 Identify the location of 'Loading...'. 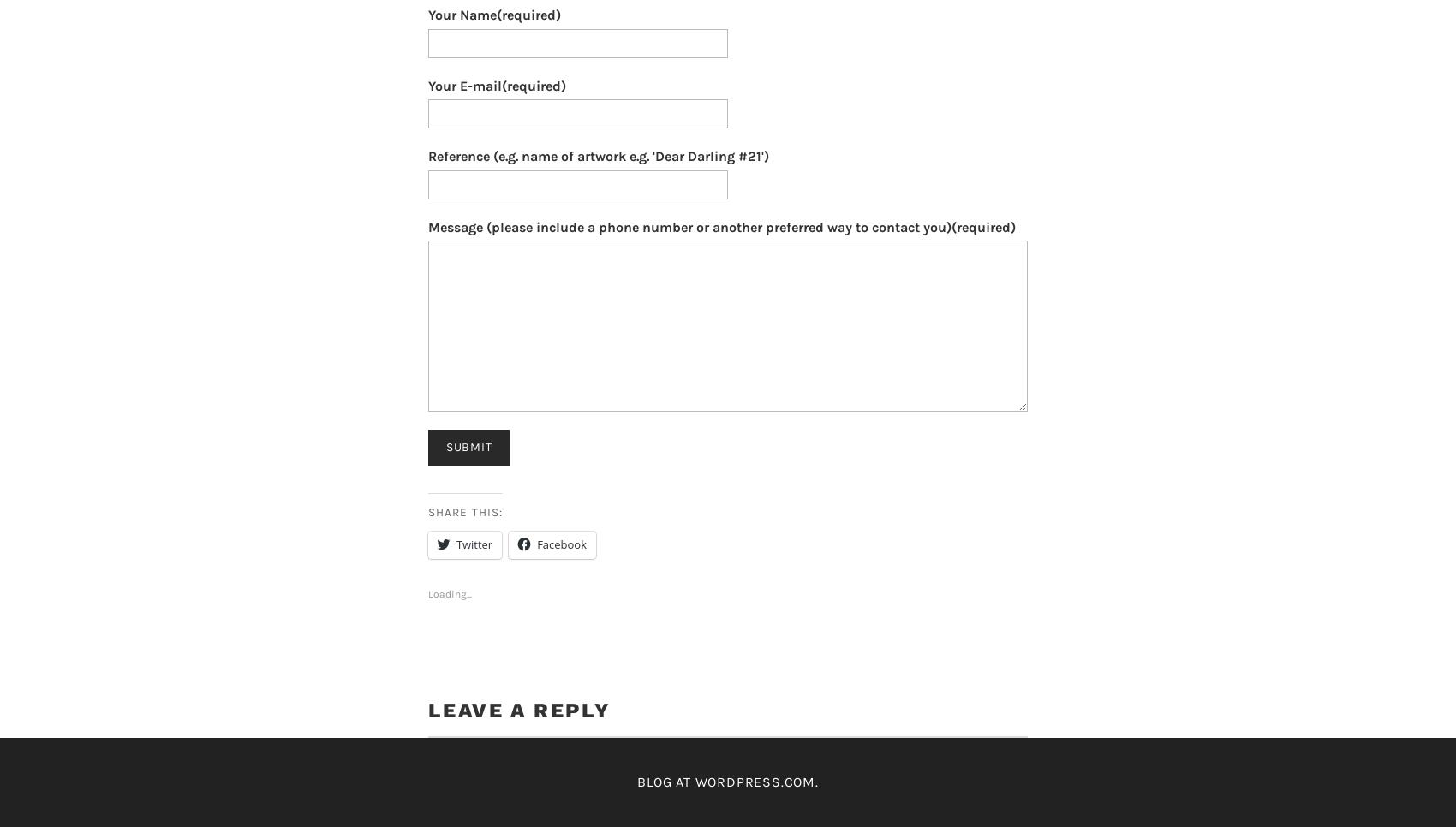
(450, 592).